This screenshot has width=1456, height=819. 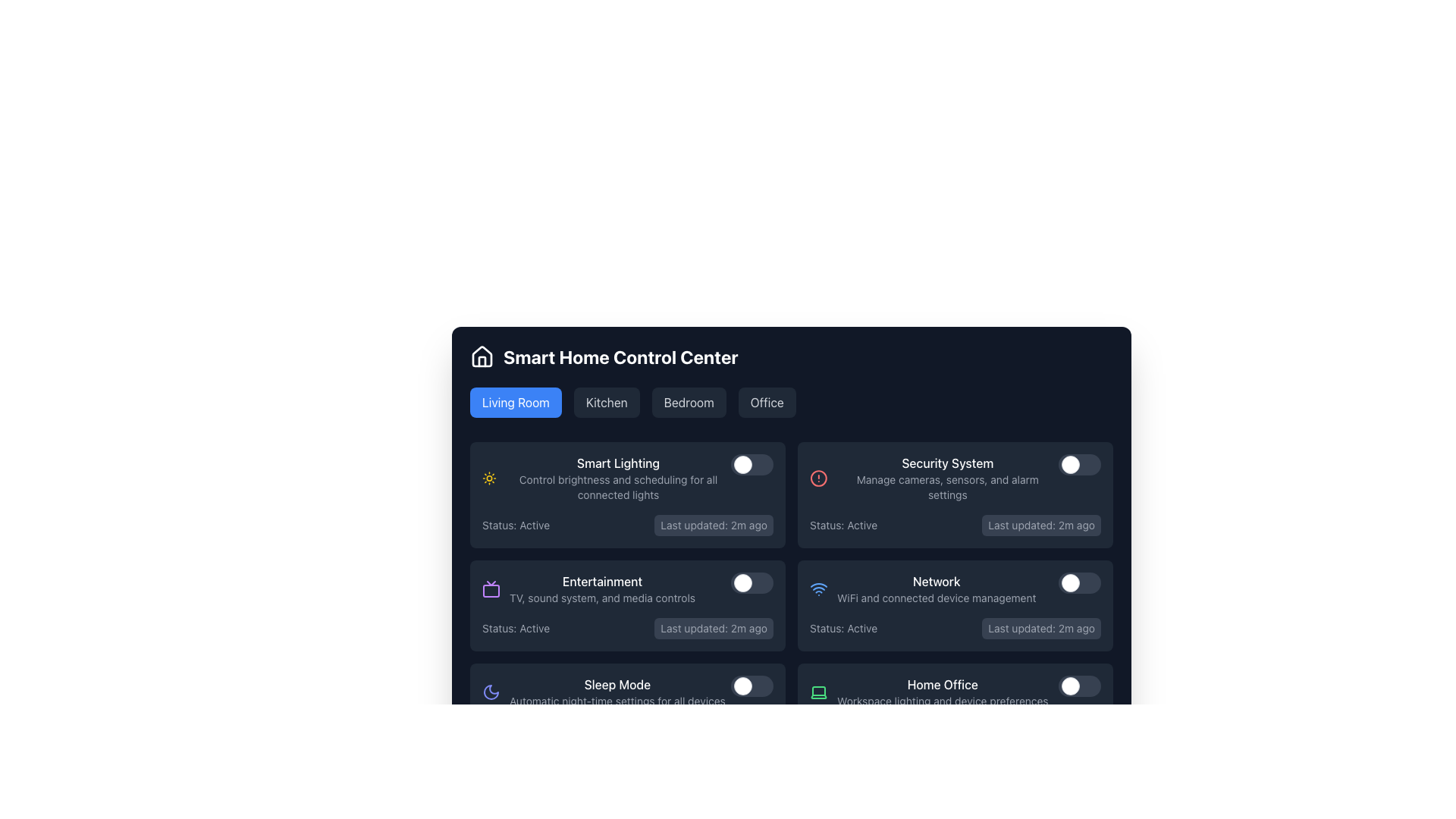 What do you see at coordinates (936, 588) in the screenshot?
I see `the Text label that provides information related to network settings, located in the second column of the third row beneath the 'Security System' section` at bounding box center [936, 588].